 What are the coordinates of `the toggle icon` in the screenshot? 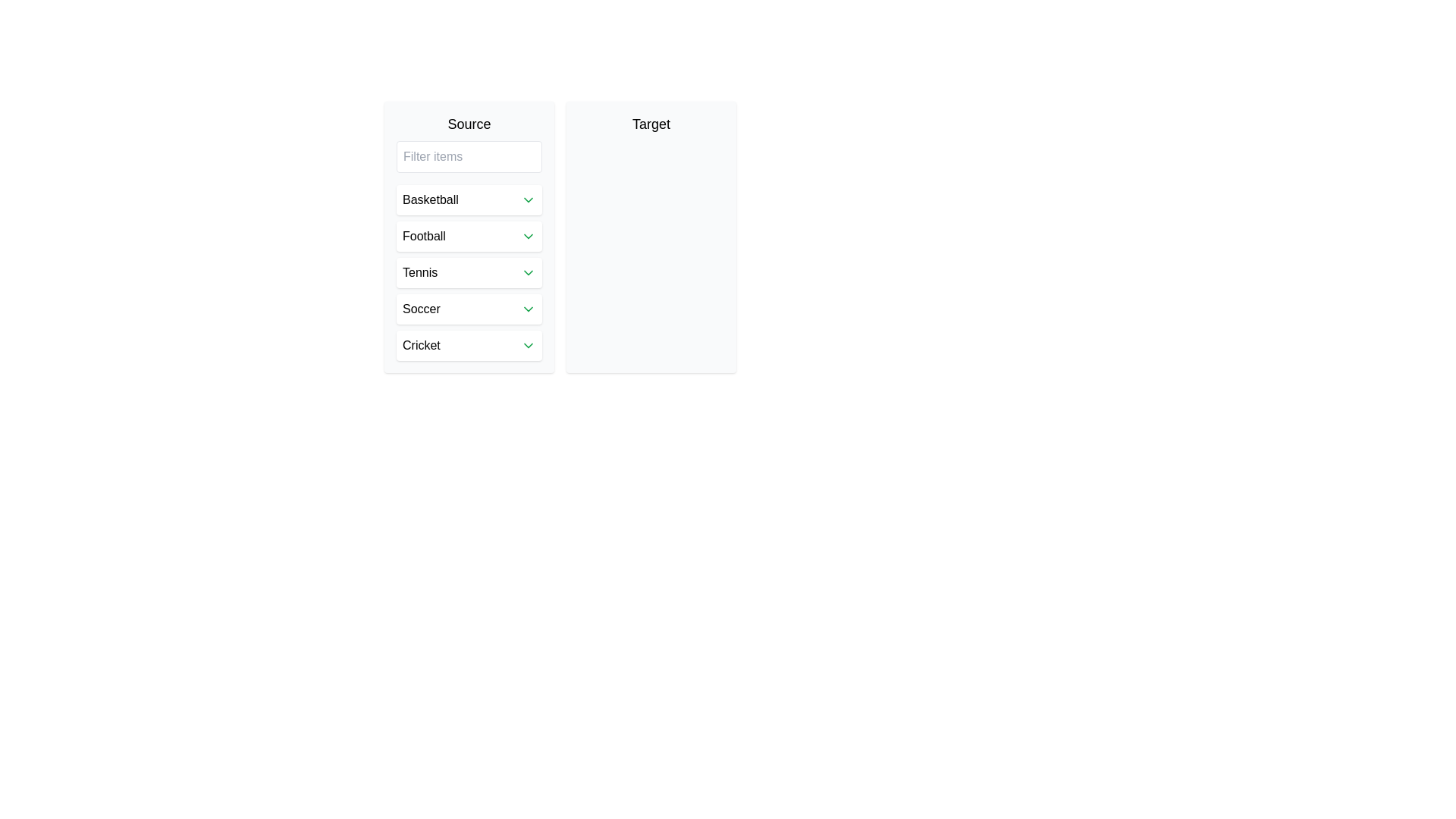 It's located at (528, 271).